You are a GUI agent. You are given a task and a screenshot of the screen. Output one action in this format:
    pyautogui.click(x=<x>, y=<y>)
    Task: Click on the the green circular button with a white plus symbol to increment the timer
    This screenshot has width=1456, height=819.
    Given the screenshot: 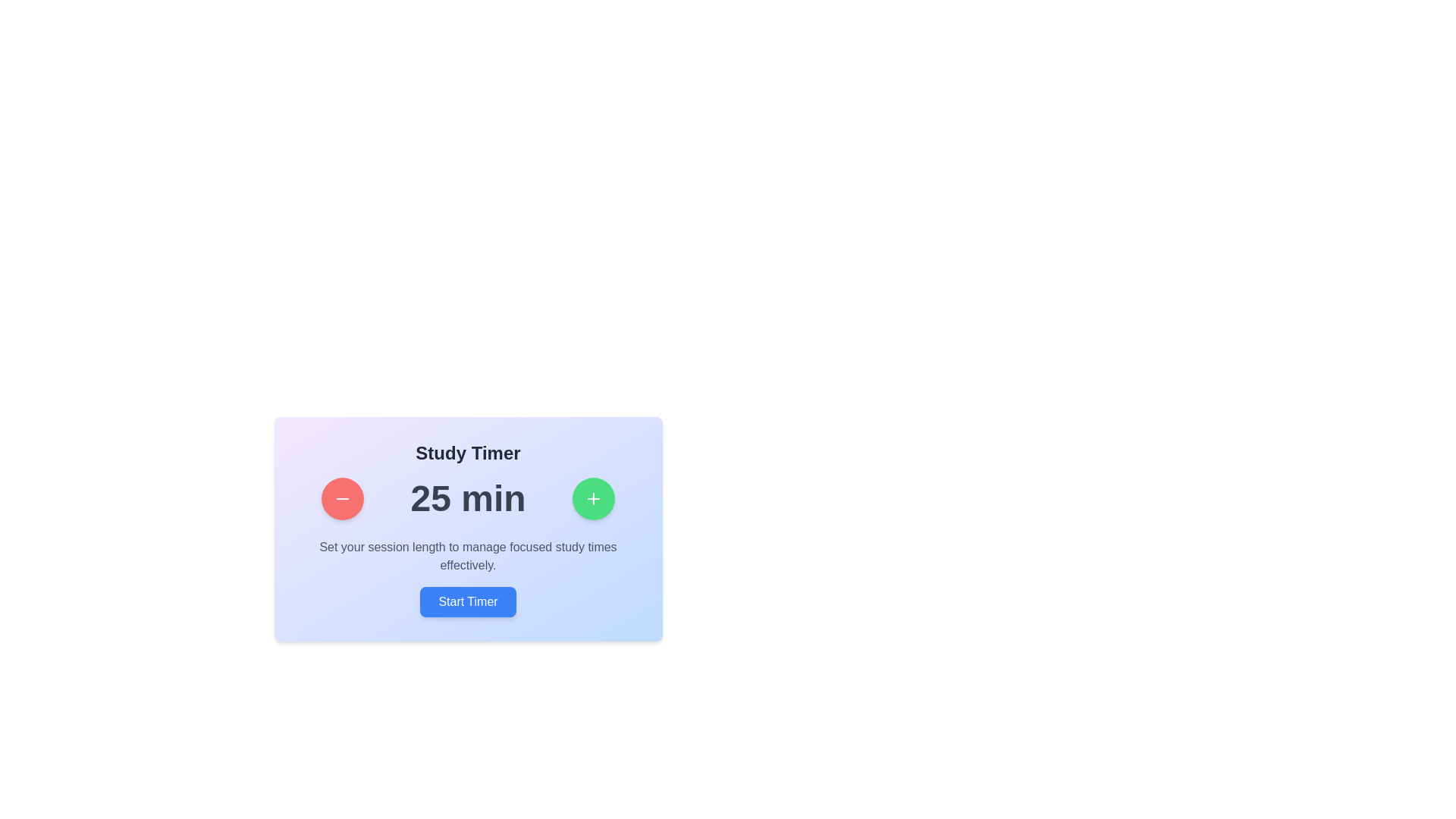 What is the action you would take?
    pyautogui.click(x=592, y=499)
    